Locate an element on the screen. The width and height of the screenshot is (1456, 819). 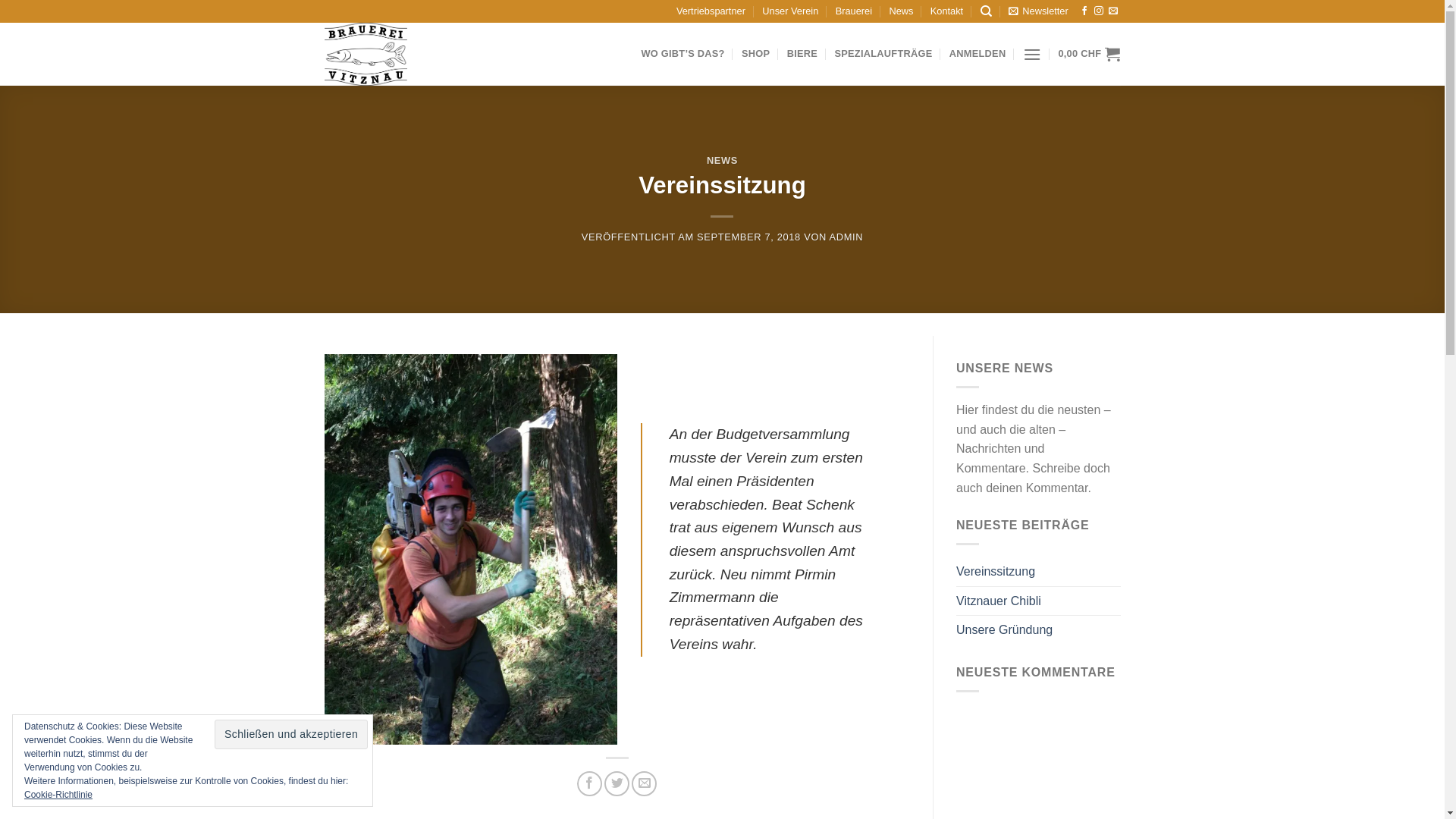
'BIERE' is located at coordinates (801, 52).